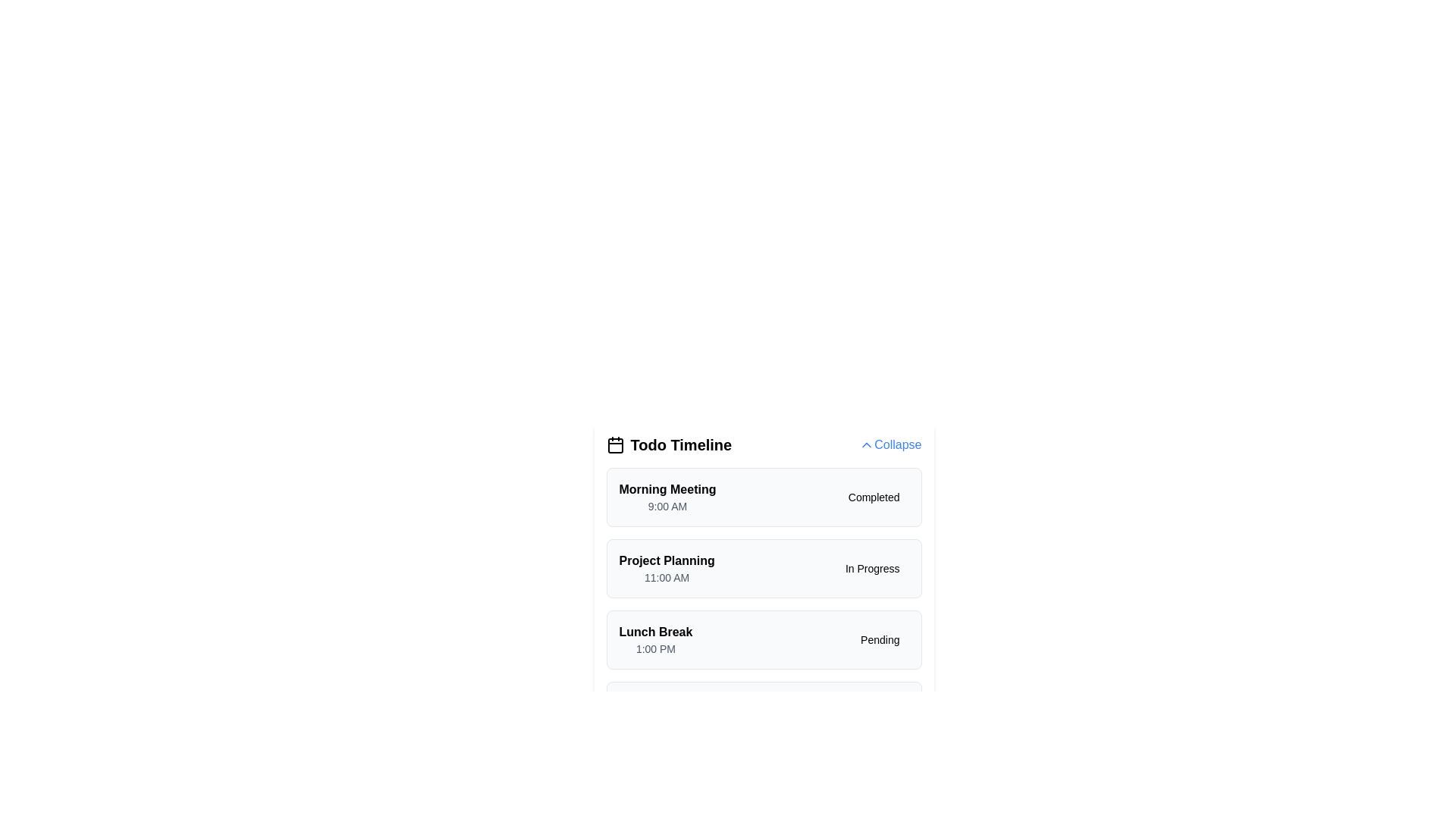  Describe the element at coordinates (764, 640) in the screenshot. I see `the 'Lunch Break' task item in the 'Todo Timeline' to interact with or select it` at that location.